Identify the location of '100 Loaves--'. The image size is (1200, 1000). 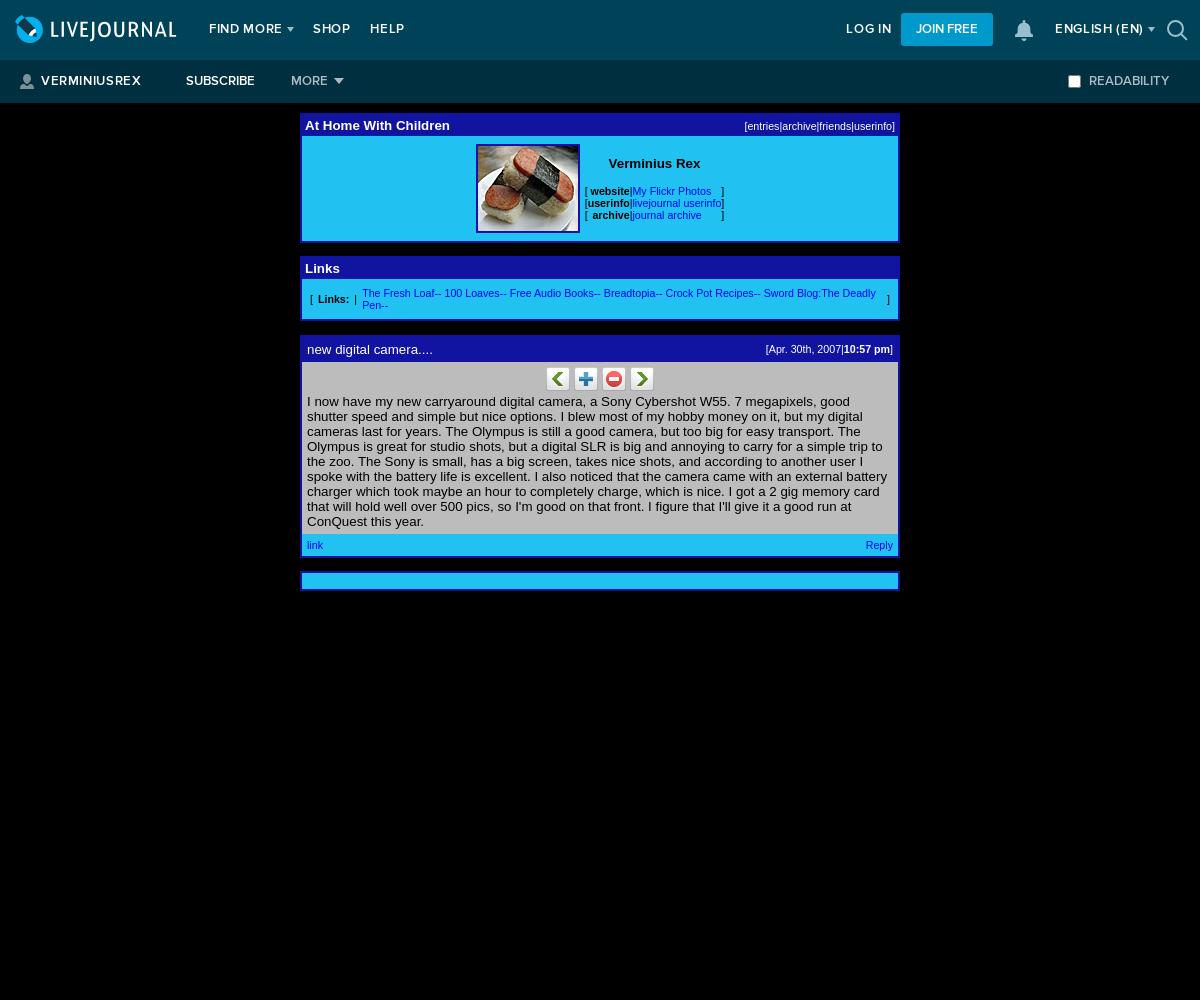
(473, 293).